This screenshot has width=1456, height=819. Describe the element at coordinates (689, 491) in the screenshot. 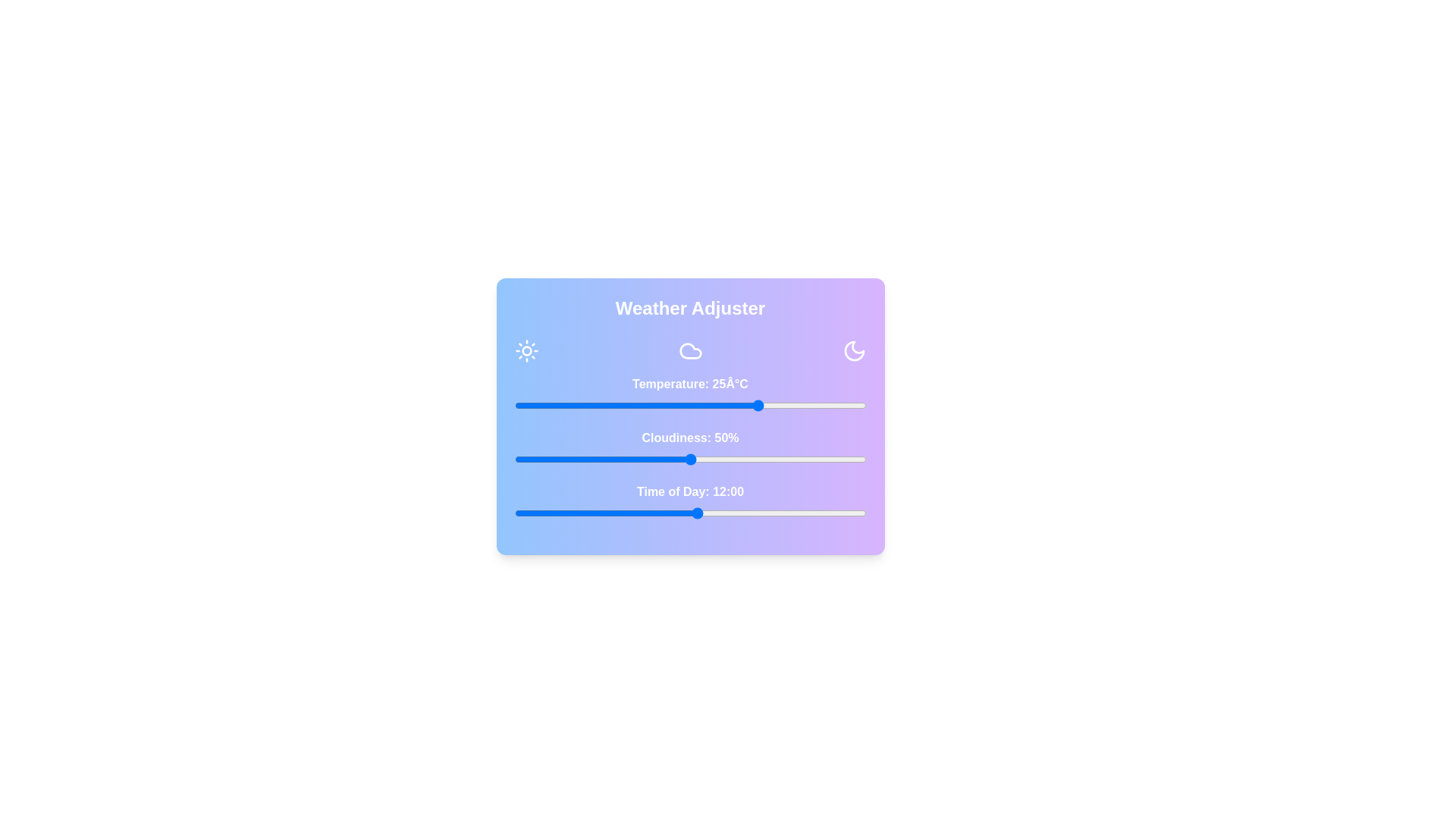

I see `the text label that indicates the current setting (12:00) of the associated slider control, located in the bottom section of the interface` at that location.